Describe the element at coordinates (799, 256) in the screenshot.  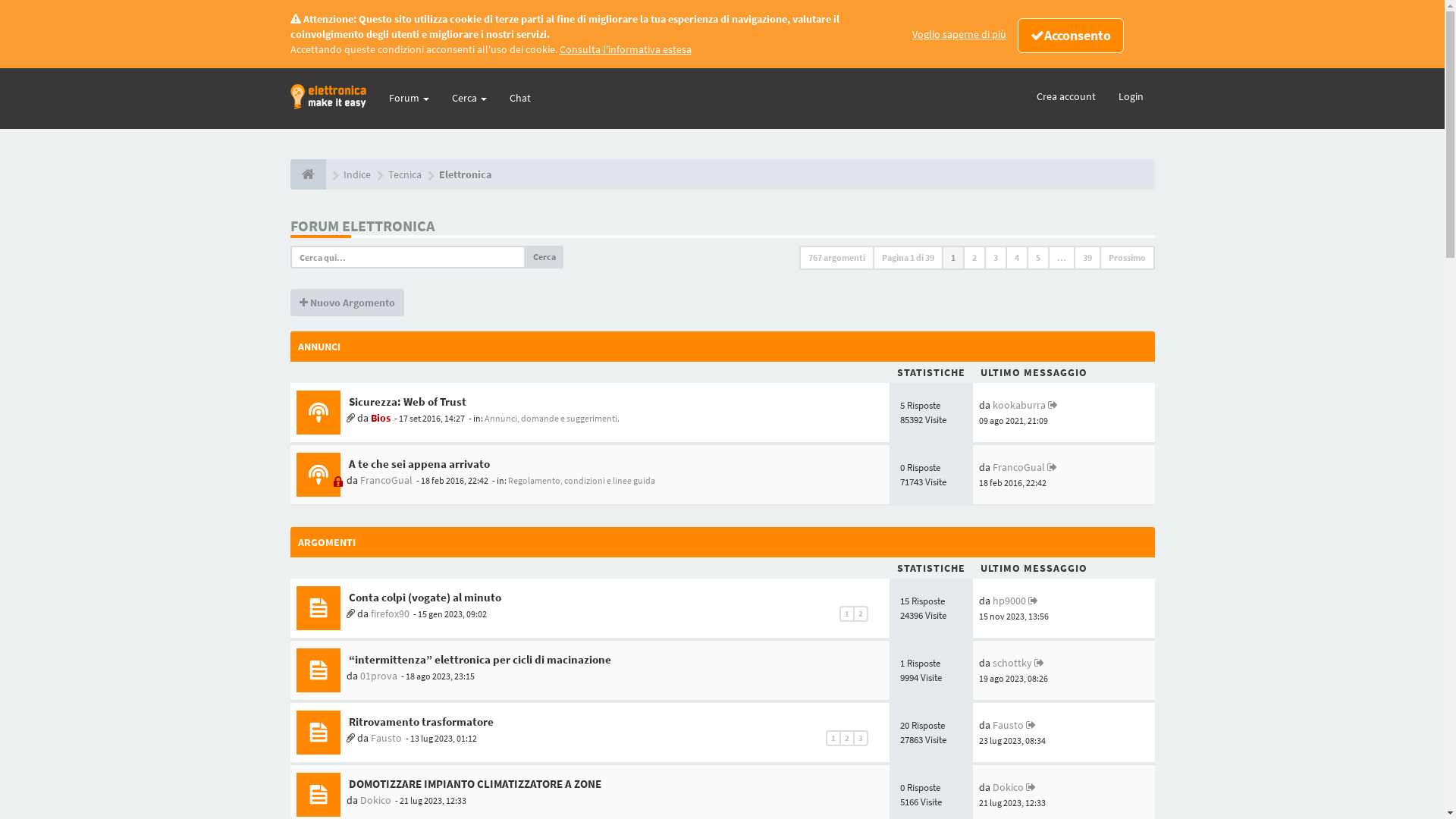
I see `'767 argomenti'` at that location.